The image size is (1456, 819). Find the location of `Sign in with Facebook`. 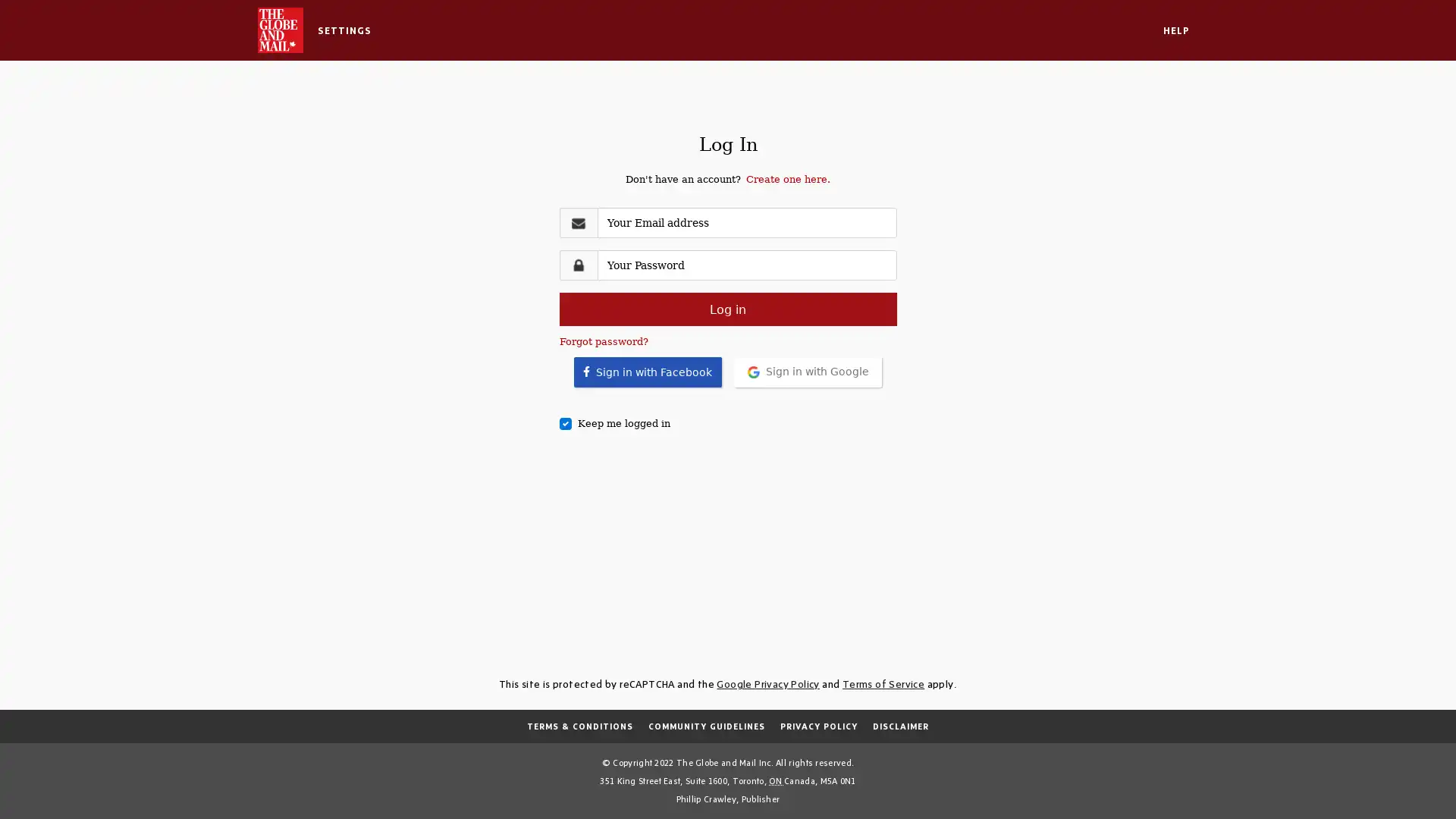

Sign in with Facebook is located at coordinates (648, 372).